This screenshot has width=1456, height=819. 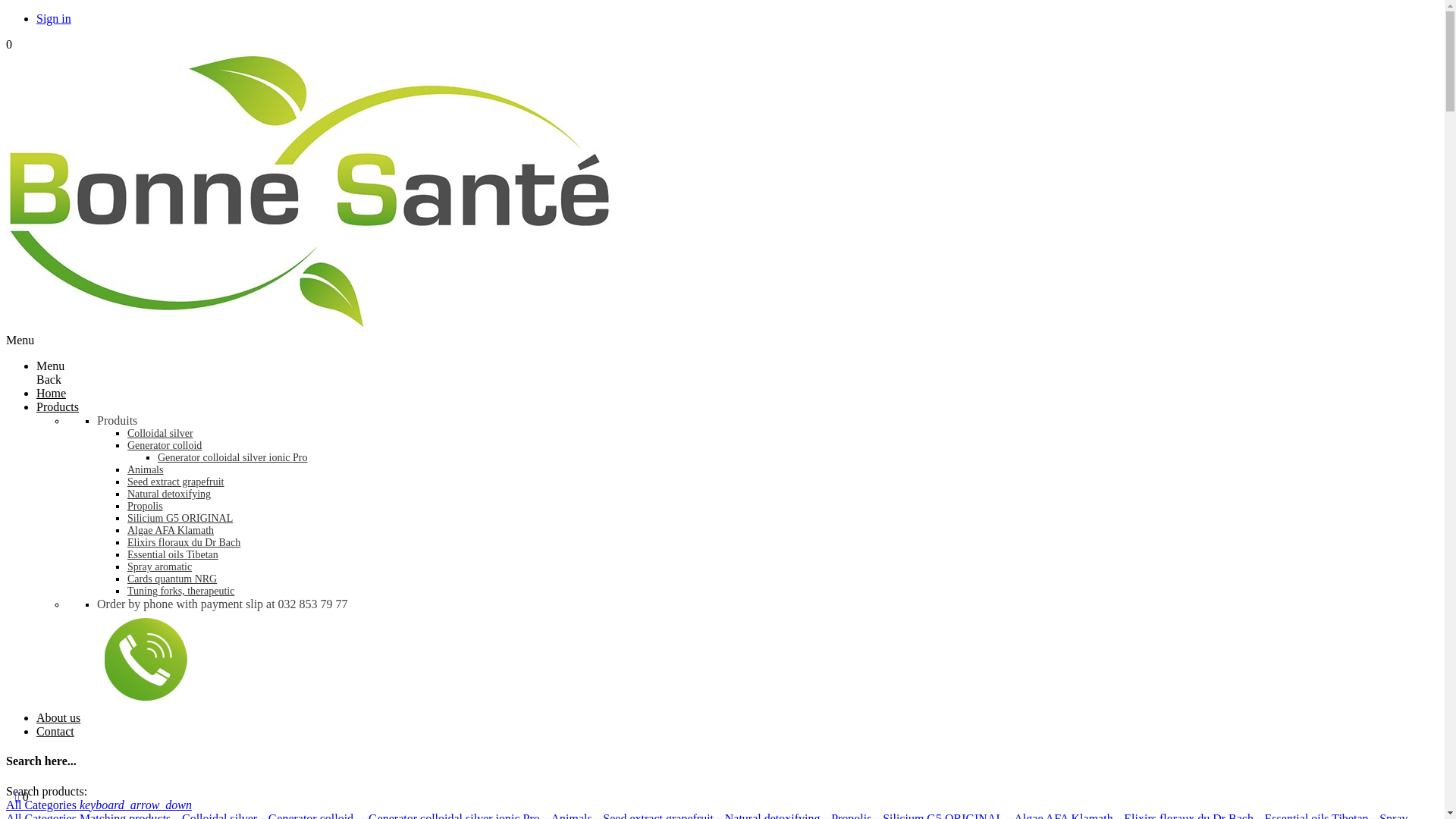 I want to click on 'Silicium G5 ORIGINAL', so click(x=180, y=517).